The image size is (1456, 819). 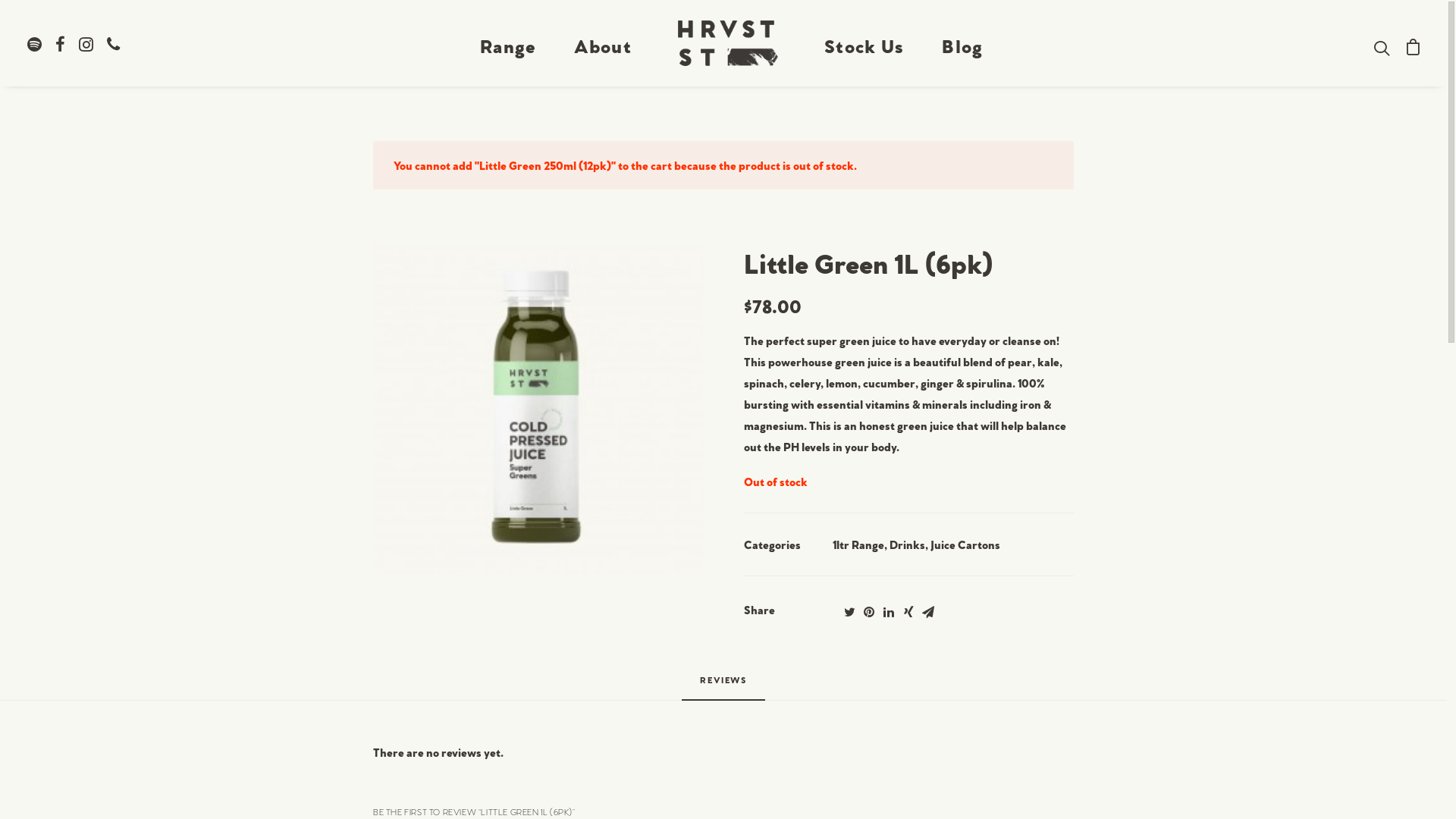 What do you see at coordinates (508, 42) in the screenshot?
I see `'Range'` at bounding box center [508, 42].